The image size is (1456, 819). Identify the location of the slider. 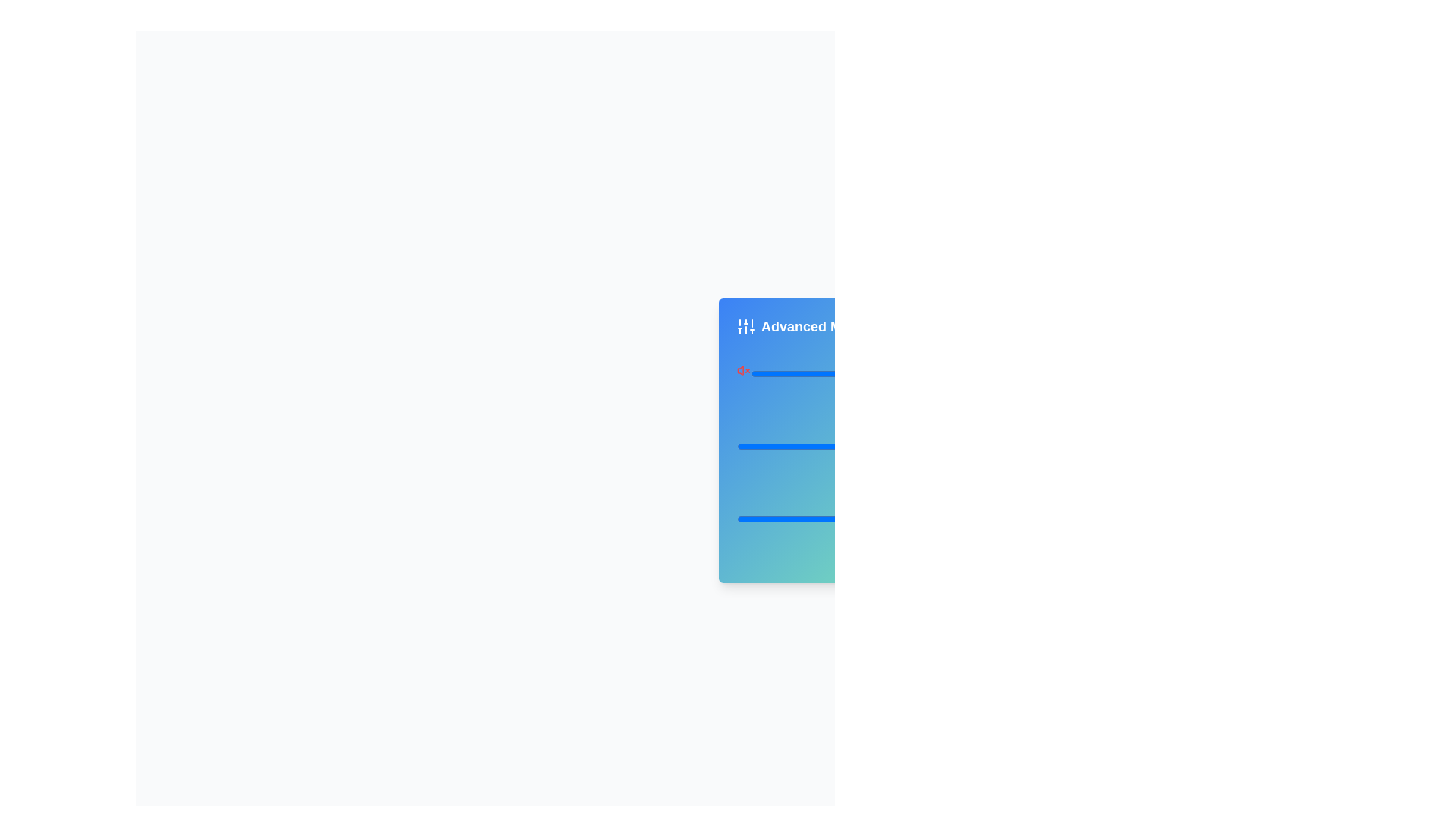
(948, 374).